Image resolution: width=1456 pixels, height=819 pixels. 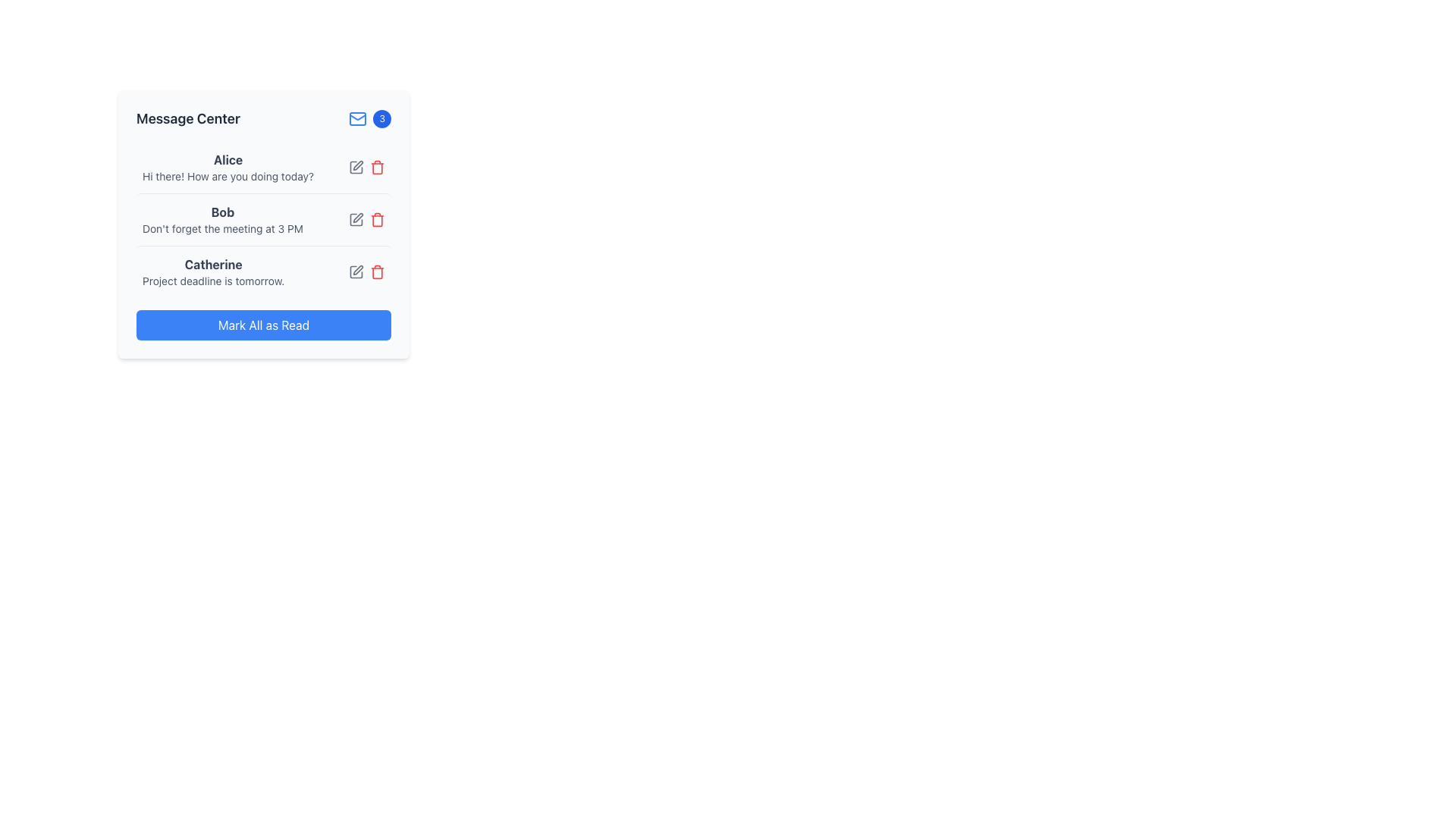 What do you see at coordinates (263, 324) in the screenshot?
I see `the blue rectangular button labeled 'Mark All as Read'` at bounding box center [263, 324].